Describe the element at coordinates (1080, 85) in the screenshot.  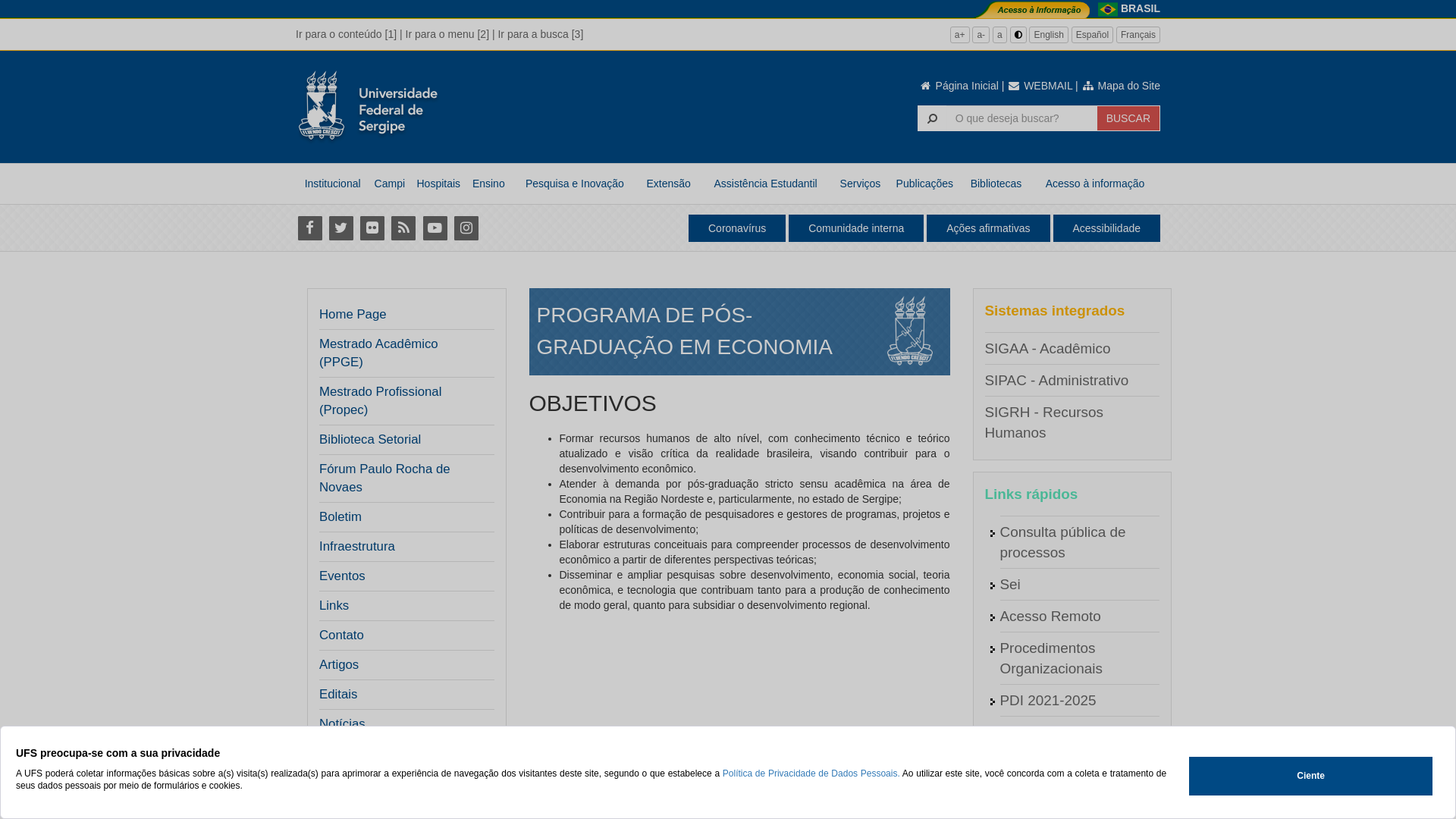
I see `'Mapa do Site'` at that location.